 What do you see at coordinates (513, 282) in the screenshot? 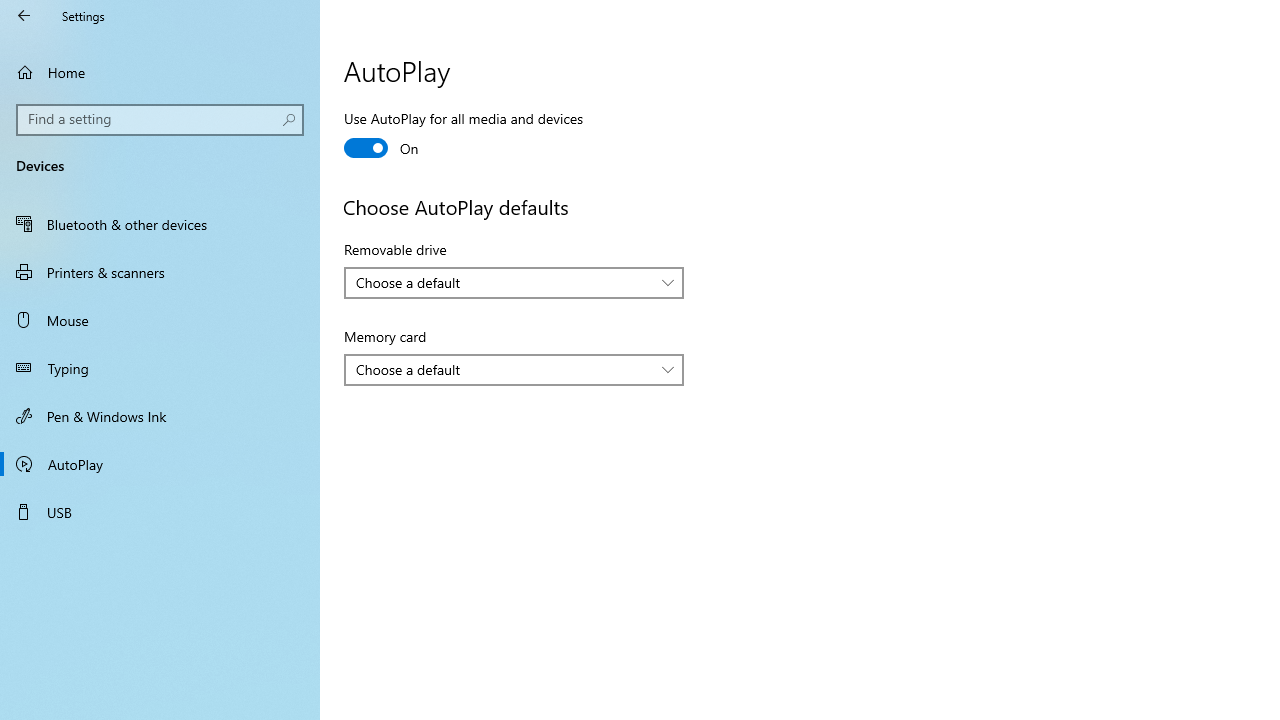
I see `'Removable drive'` at bounding box center [513, 282].